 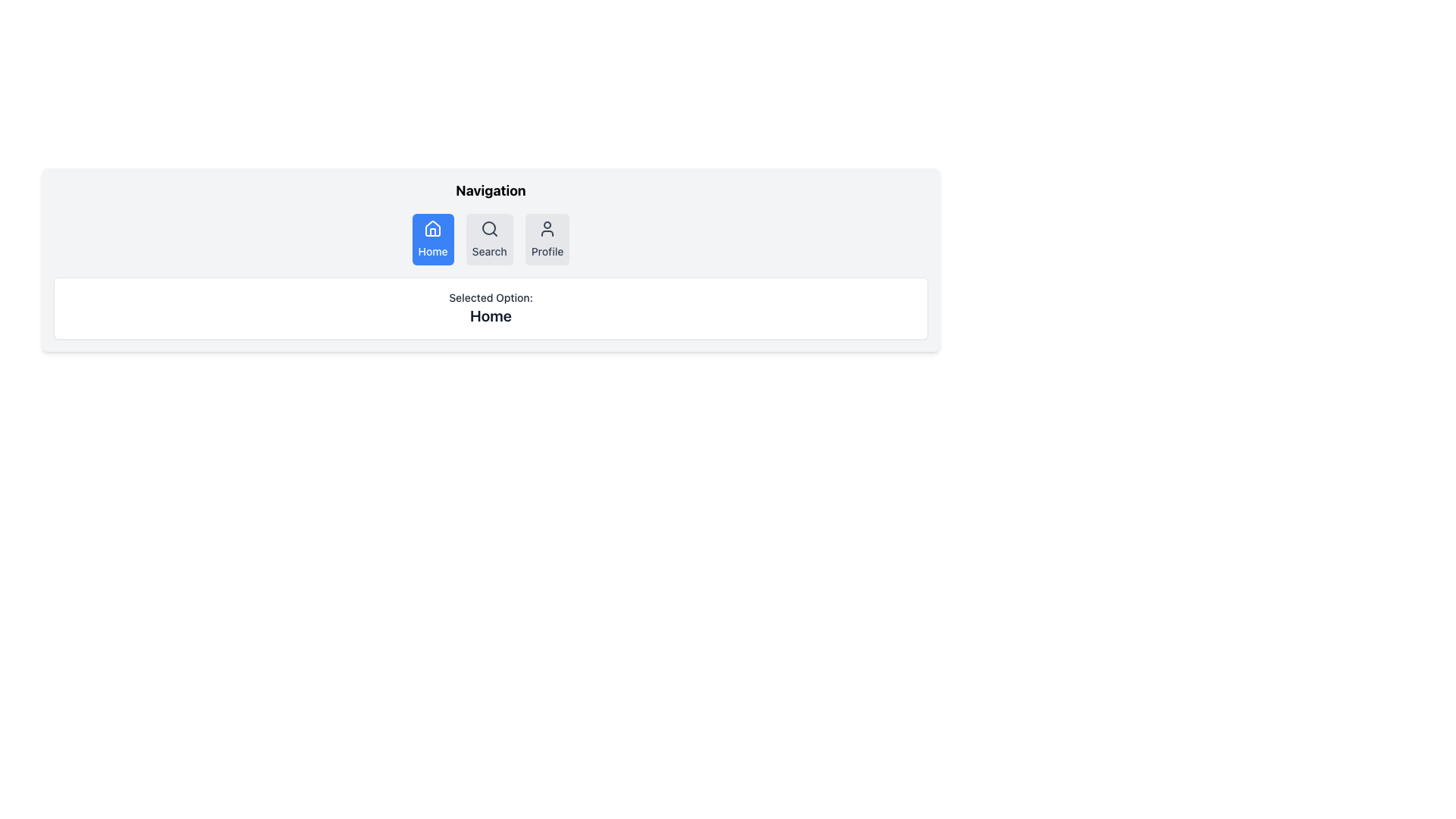 I want to click on the navigational button located at the rightmost part of the horizontal navigation bar, so click(x=547, y=239).